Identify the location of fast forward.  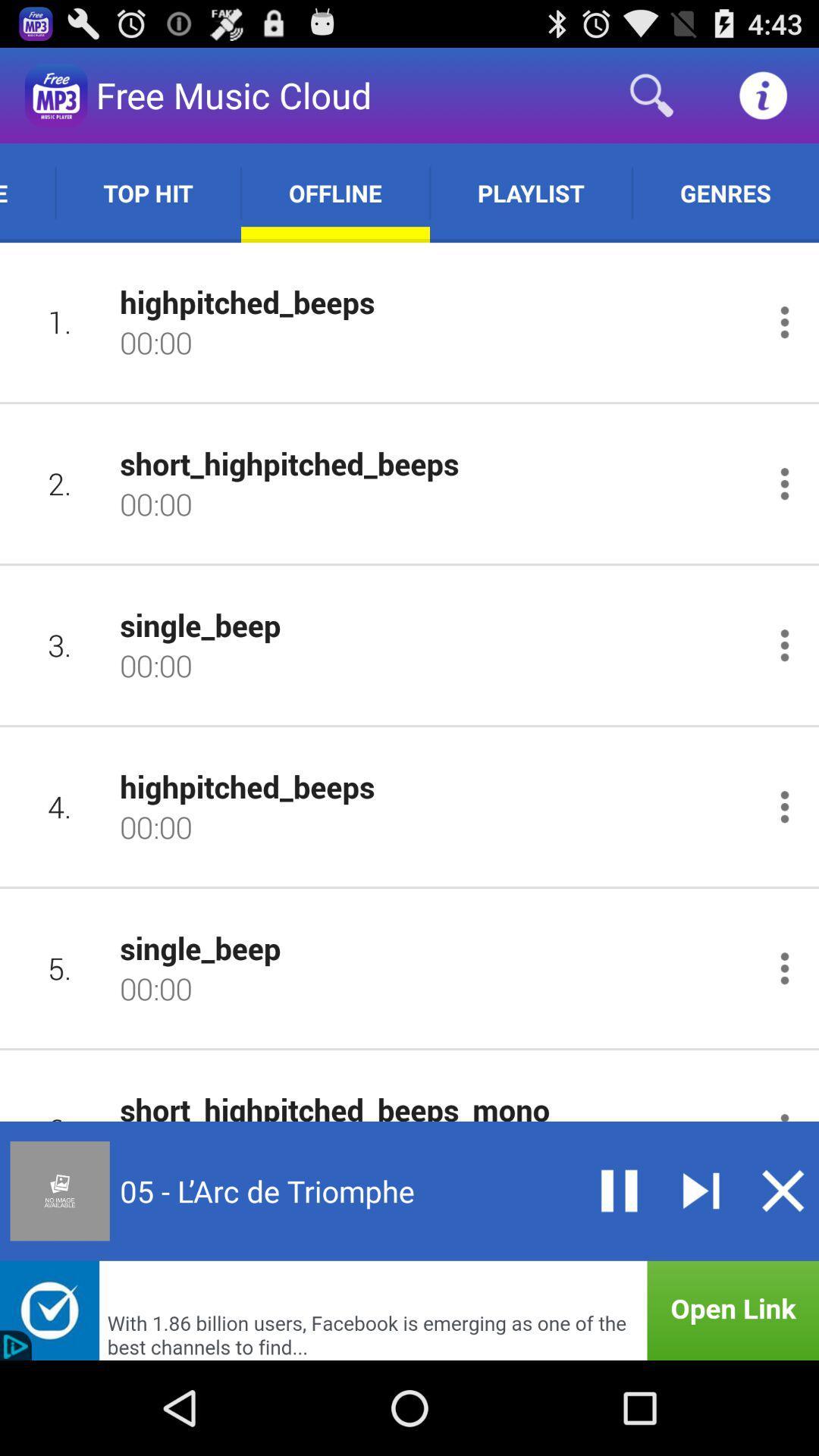
(701, 1190).